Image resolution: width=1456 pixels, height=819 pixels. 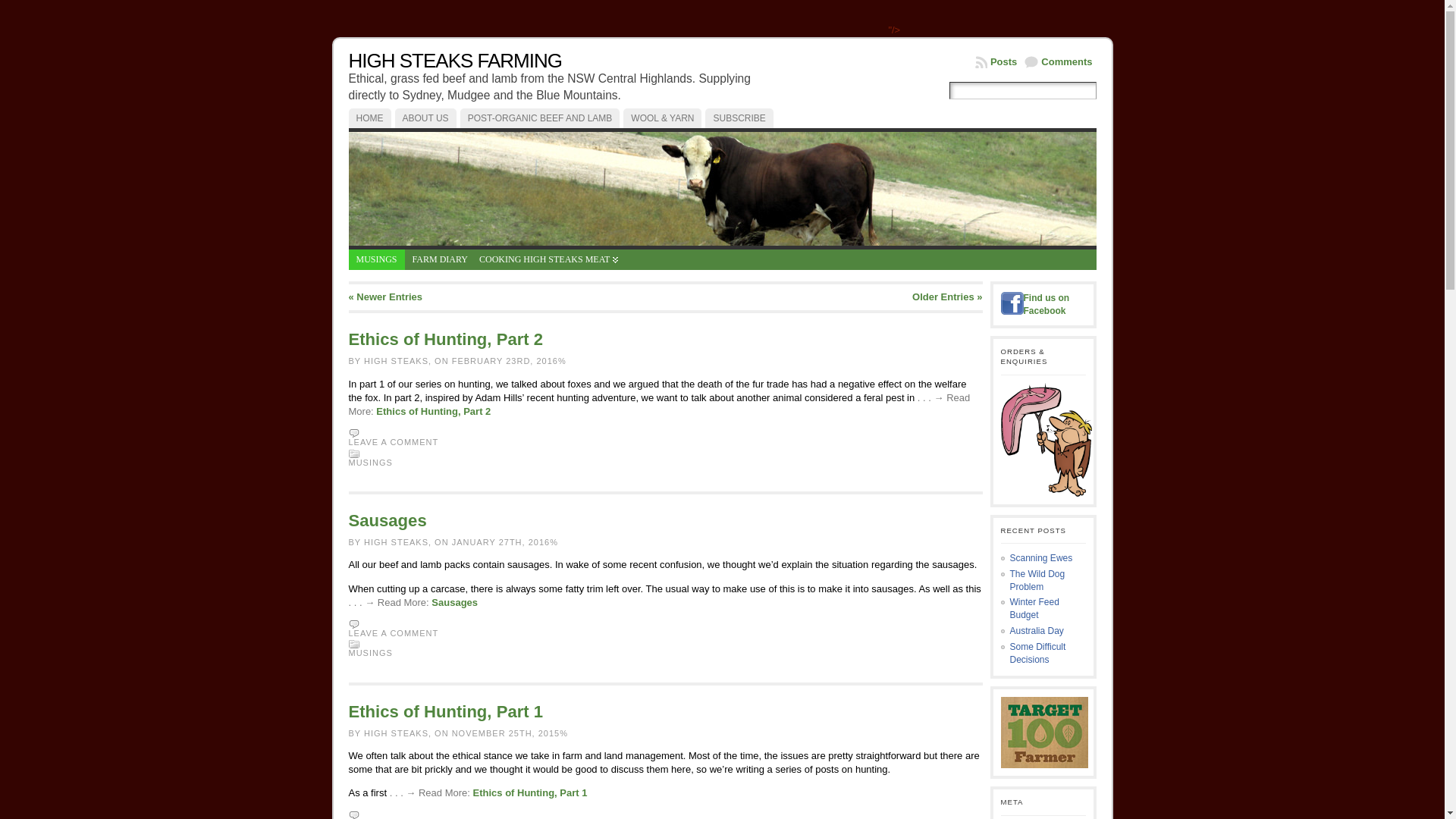 What do you see at coordinates (1040, 558) in the screenshot?
I see `'Scanning Ewes'` at bounding box center [1040, 558].